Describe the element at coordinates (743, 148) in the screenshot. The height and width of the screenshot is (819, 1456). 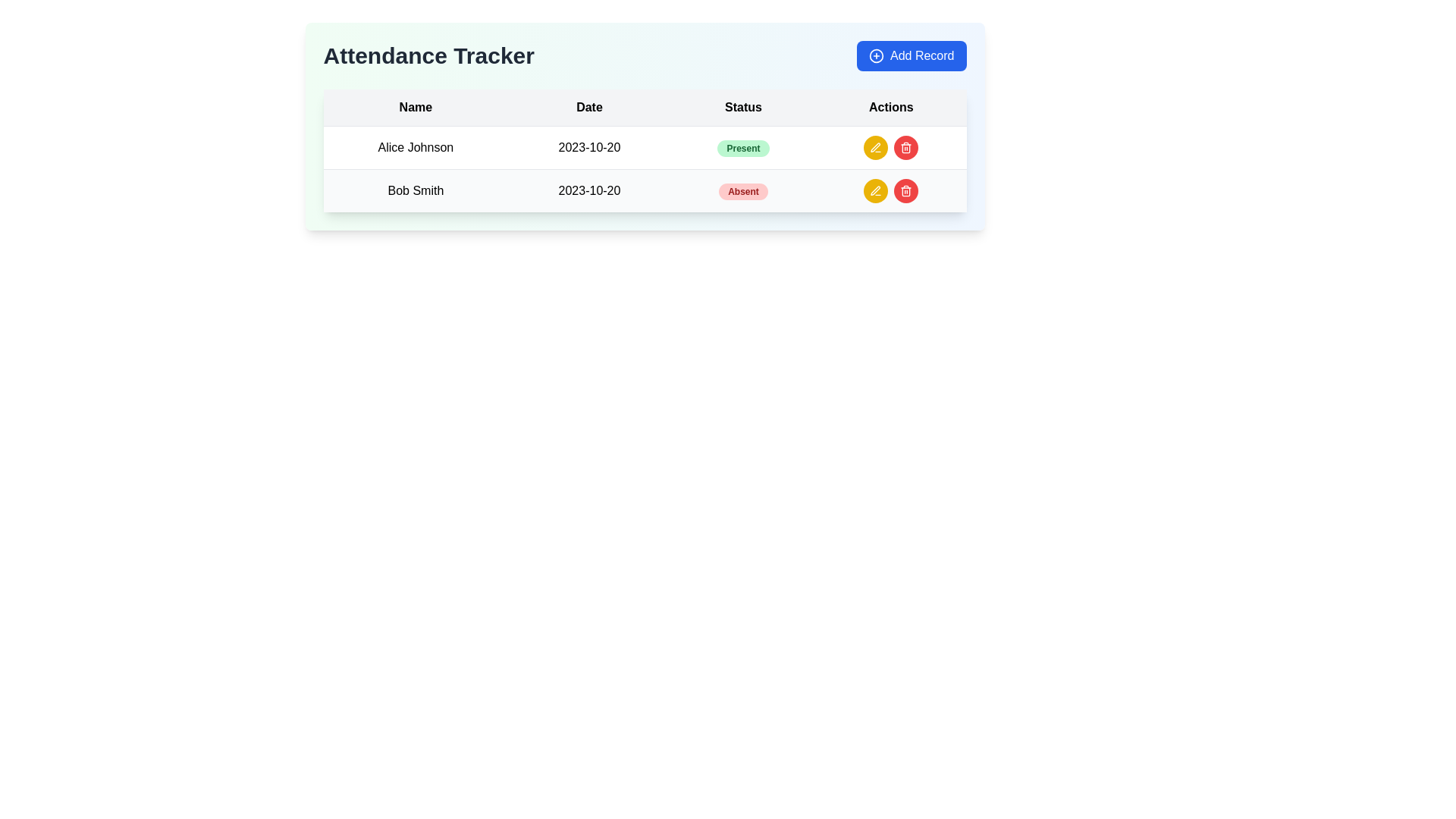
I see `the small green button-like status indicator labeled 'Present' in the first row of the attendance table, which is located in the 'Status' column after the 'Date' column and before the 'Actions' column` at that location.